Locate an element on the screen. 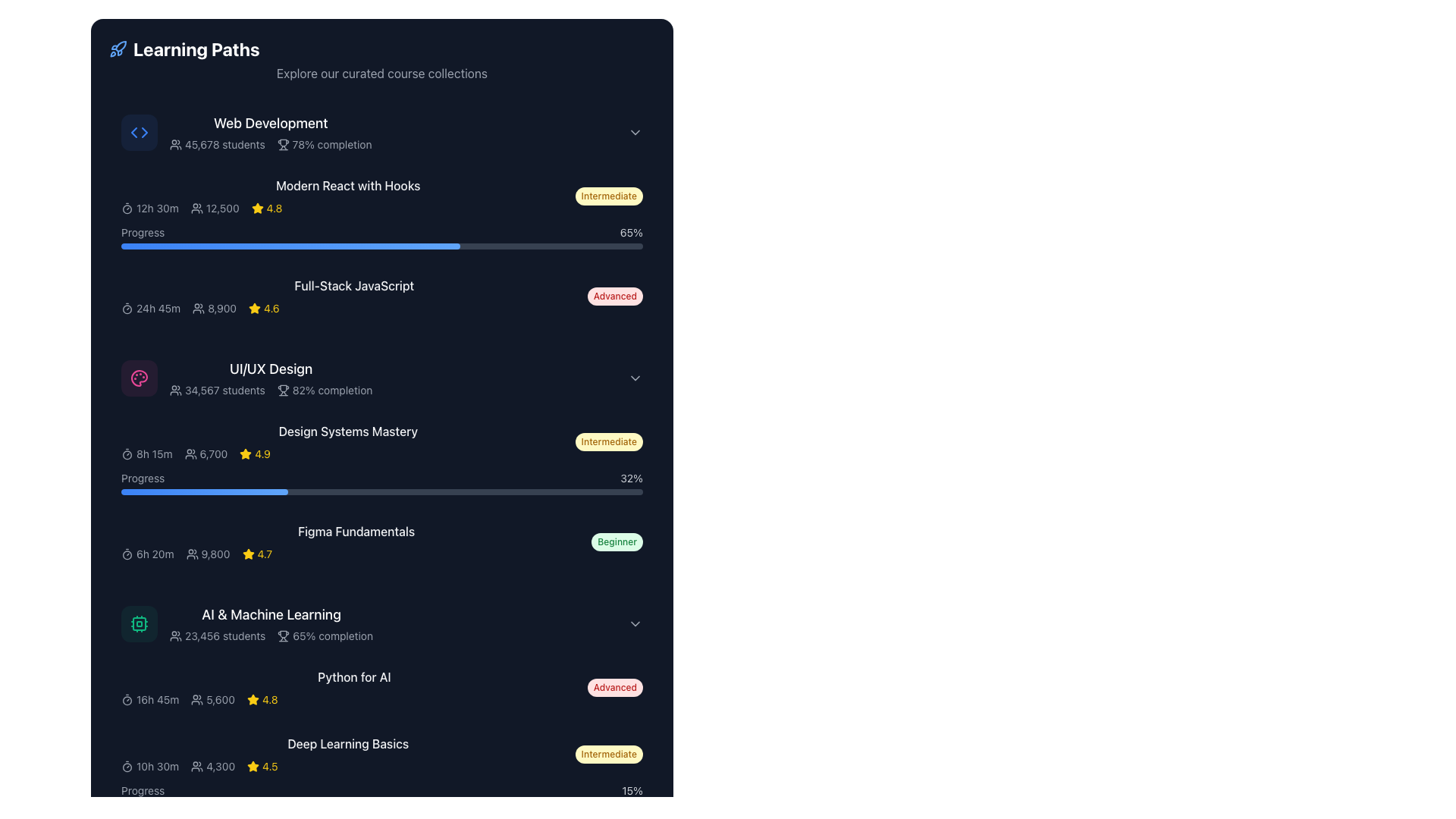 The height and width of the screenshot is (819, 1456). the fourth star icon in the rating component, which is styled with a golden fill color and represents a star shape is located at coordinates (255, 307).